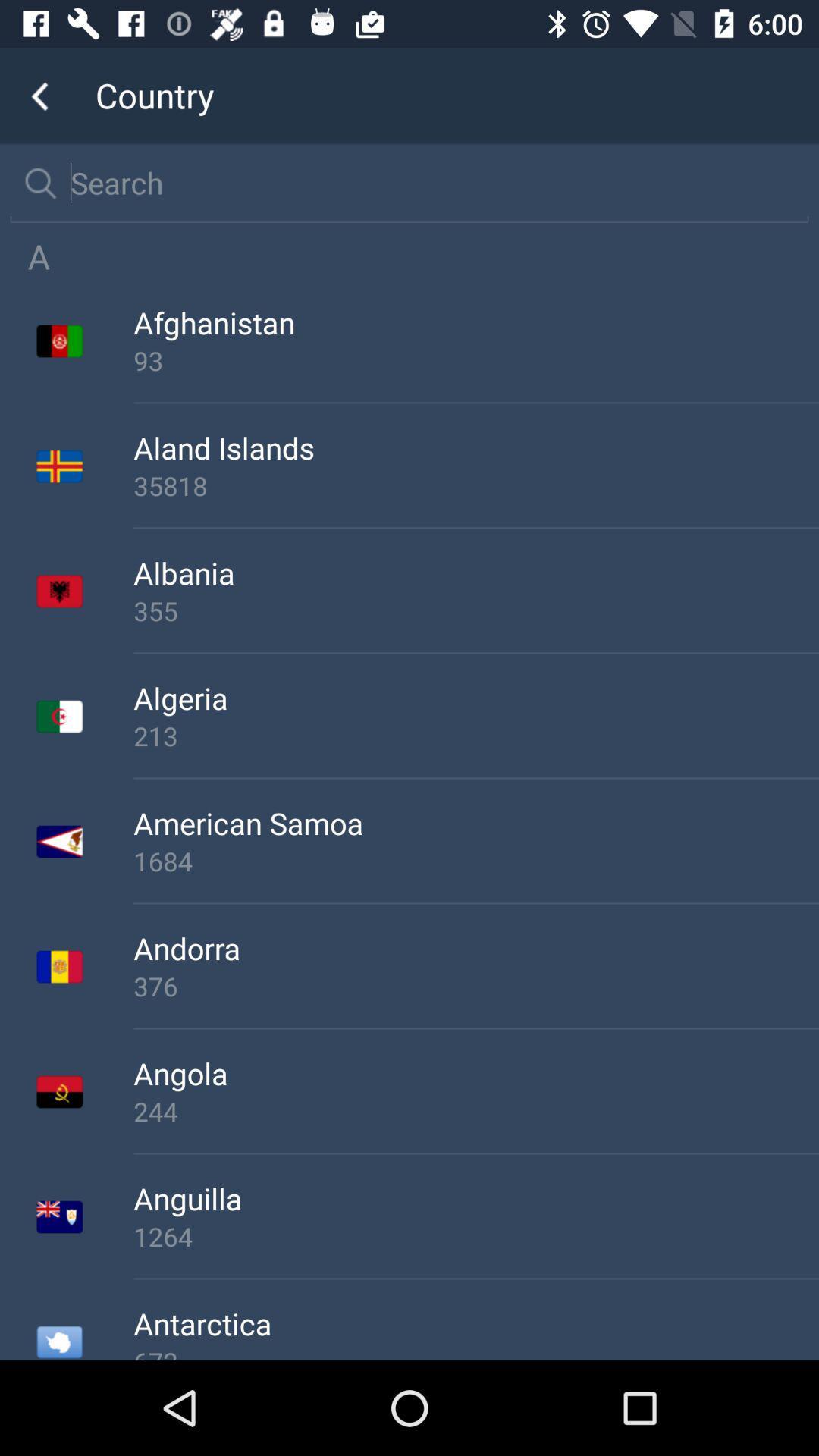 This screenshot has width=819, height=1456. Describe the element at coordinates (475, 1352) in the screenshot. I see `672 app` at that location.